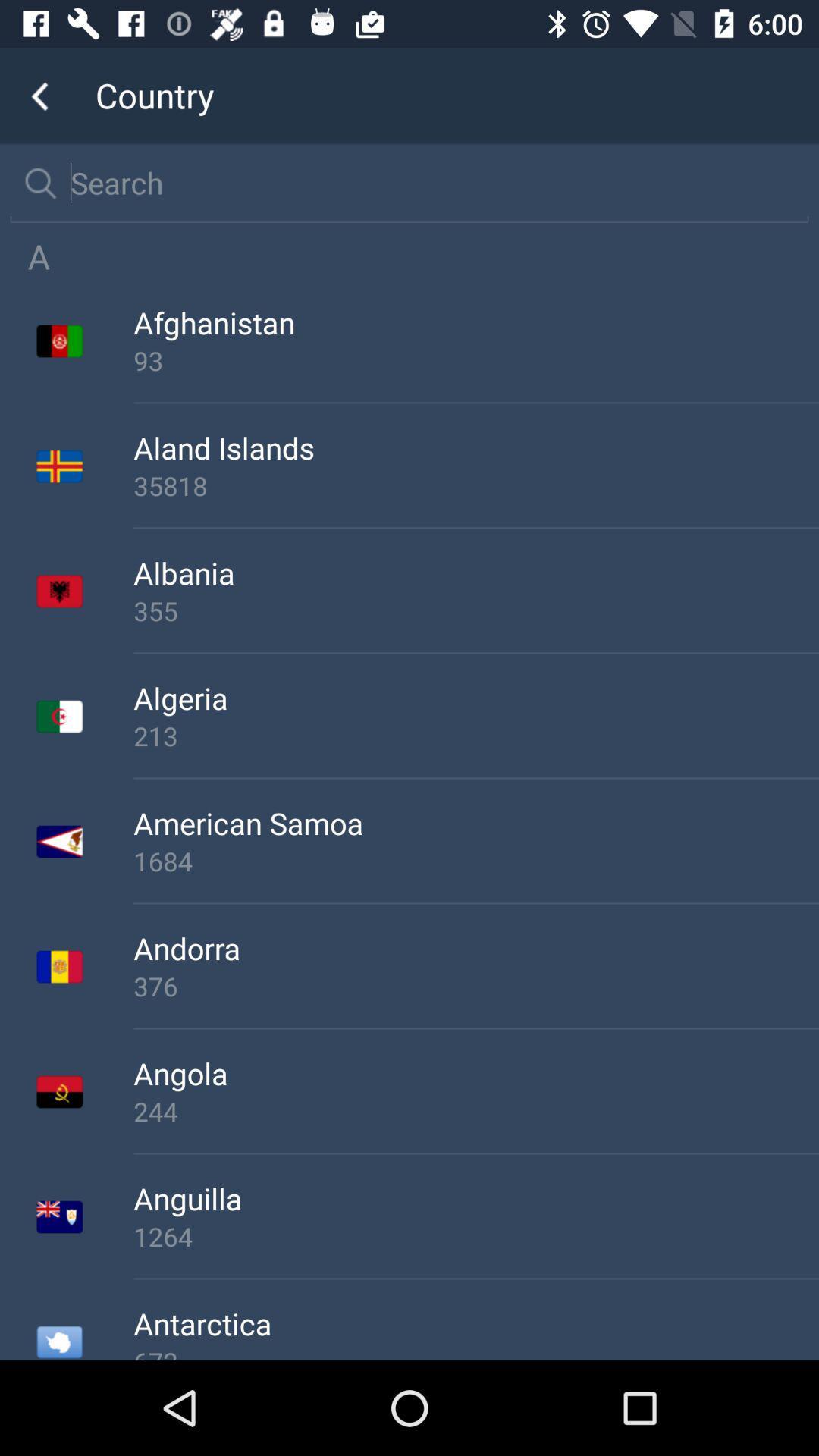 This screenshot has width=819, height=1456. Describe the element at coordinates (475, 1352) in the screenshot. I see `672 app` at that location.